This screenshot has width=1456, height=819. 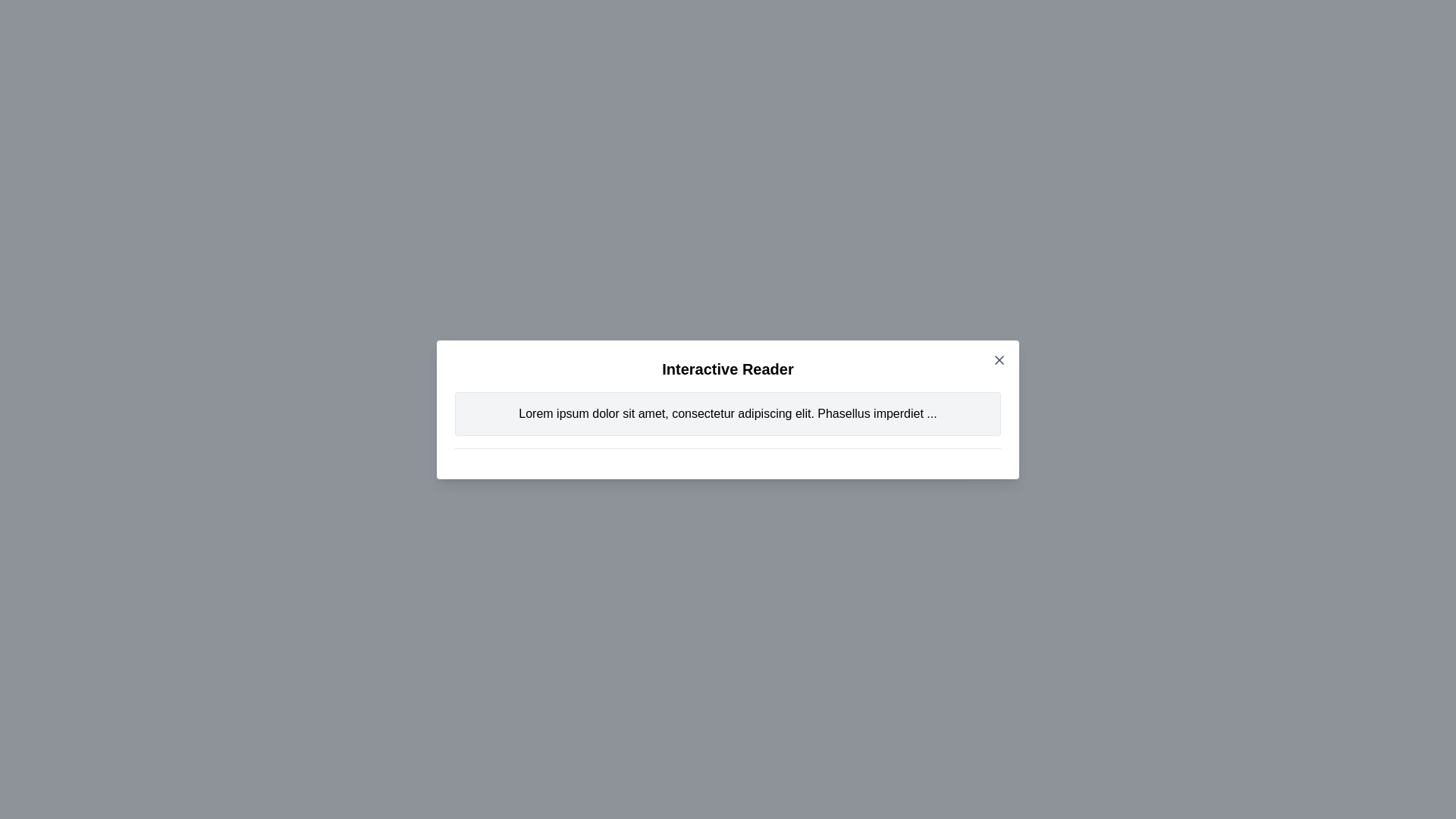 What do you see at coordinates (999, 359) in the screenshot?
I see `the close button at the top-right corner of the modal to close the interactive reader` at bounding box center [999, 359].